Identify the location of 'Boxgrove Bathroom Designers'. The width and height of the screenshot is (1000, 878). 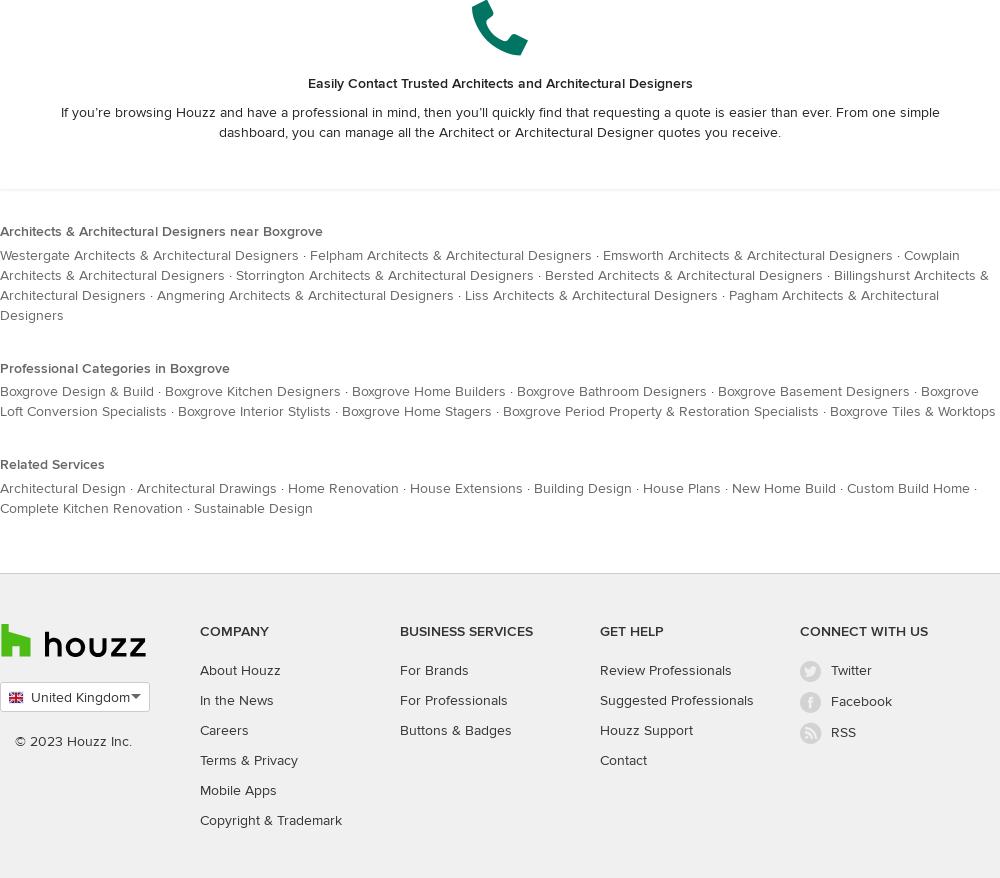
(611, 390).